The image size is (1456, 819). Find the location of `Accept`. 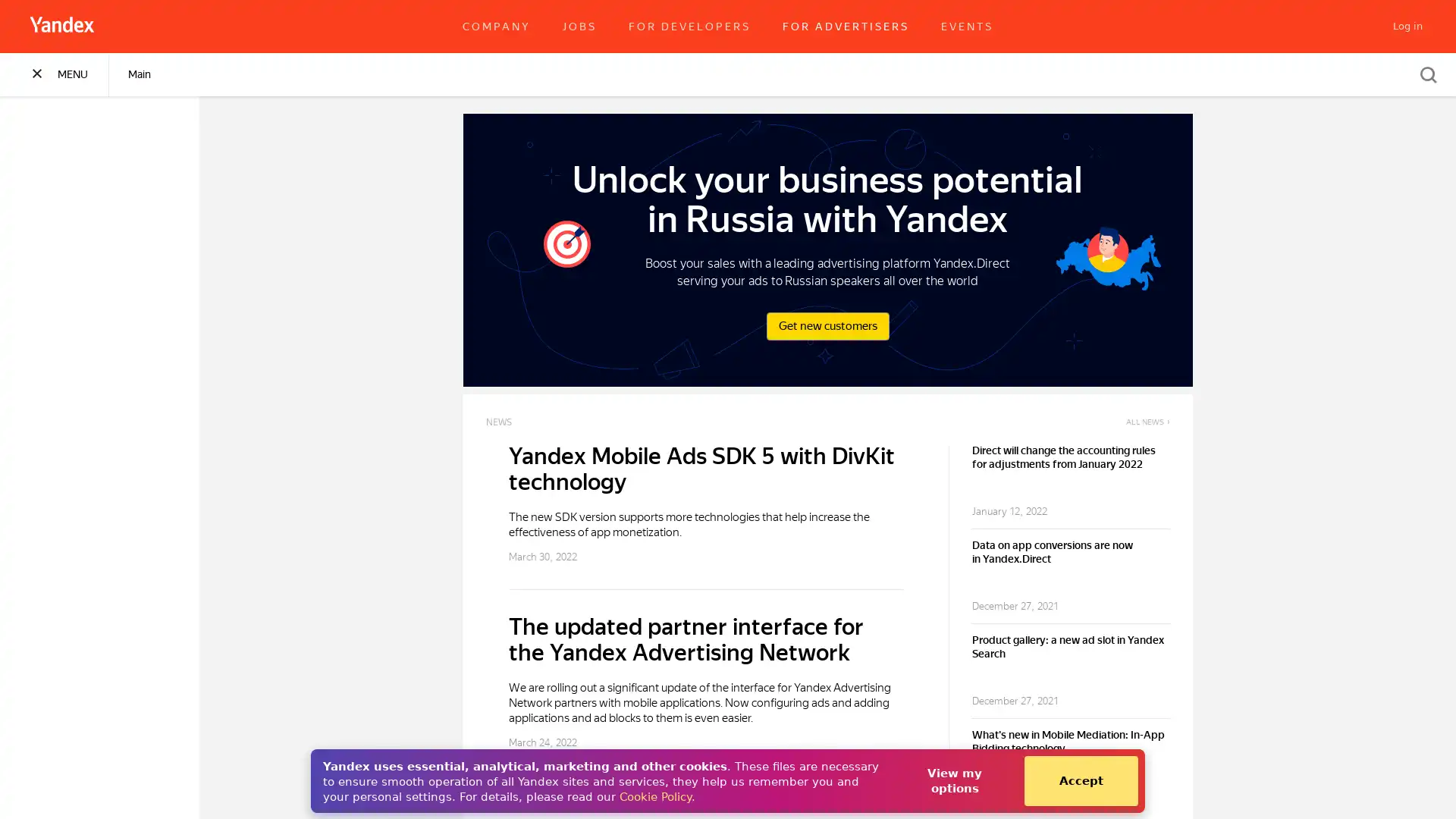

Accept is located at coordinates (1080, 780).